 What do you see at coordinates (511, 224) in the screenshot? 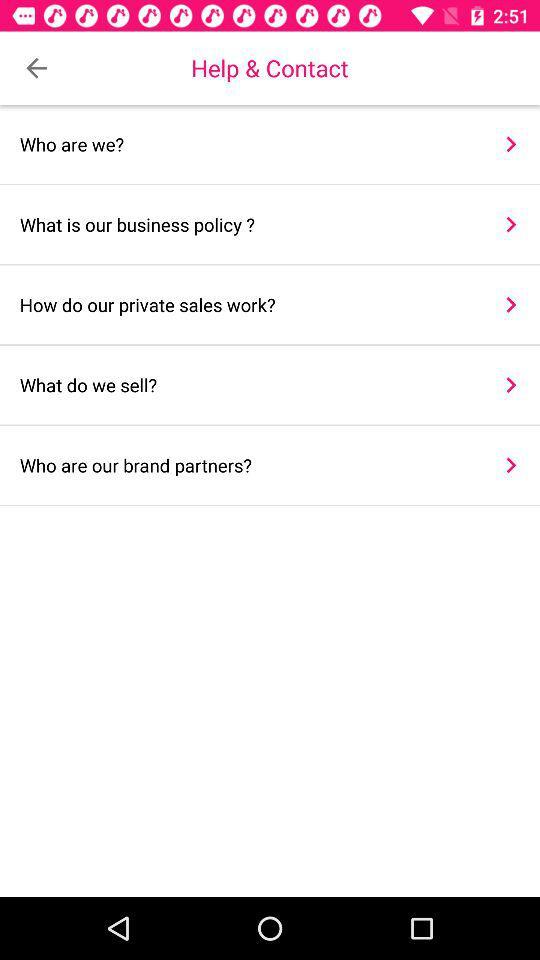
I see `the icon above how do our icon` at bounding box center [511, 224].